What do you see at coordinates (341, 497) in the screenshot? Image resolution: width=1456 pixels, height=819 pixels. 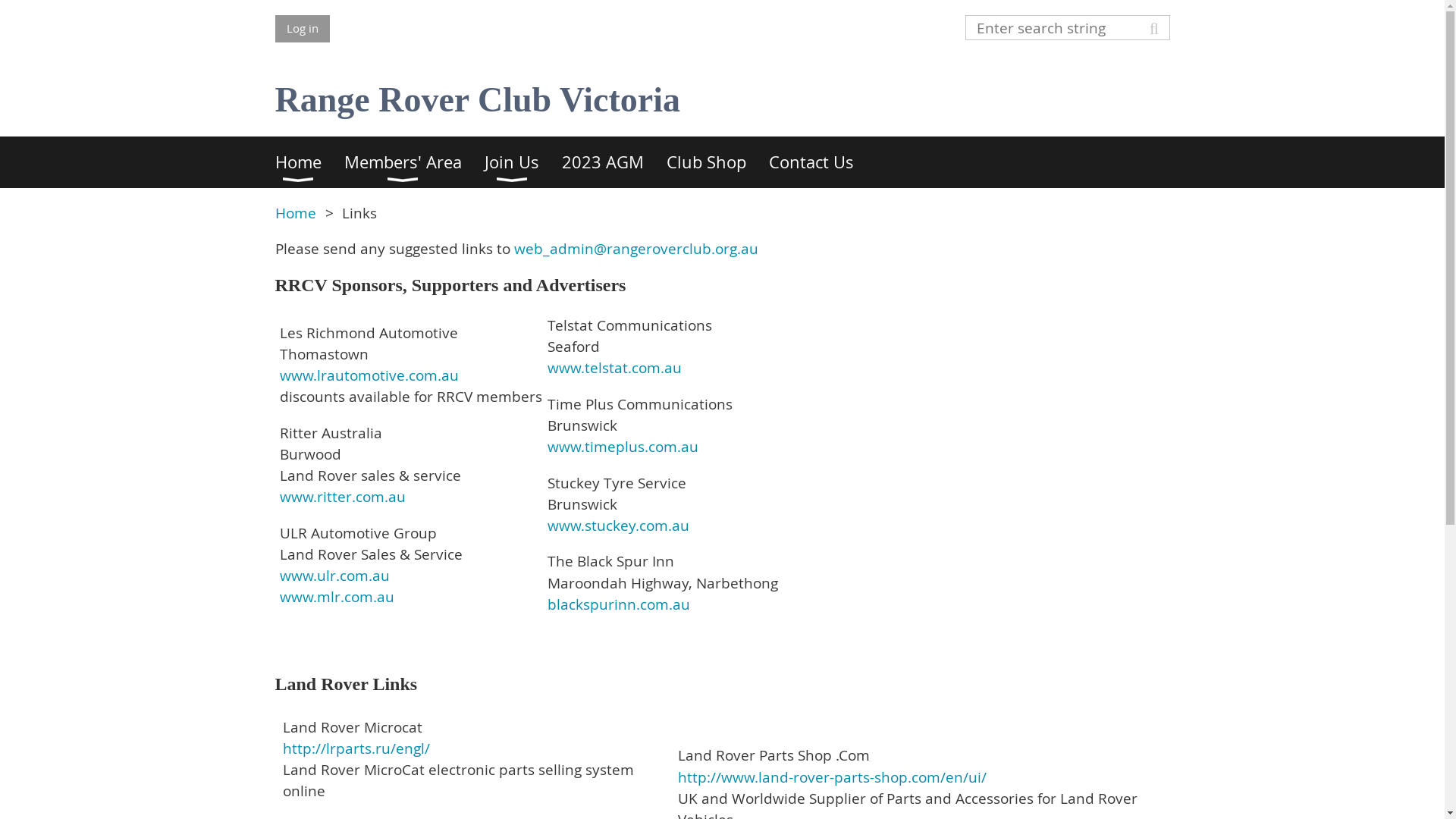 I see `'www.ritter.com.au'` at bounding box center [341, 497].